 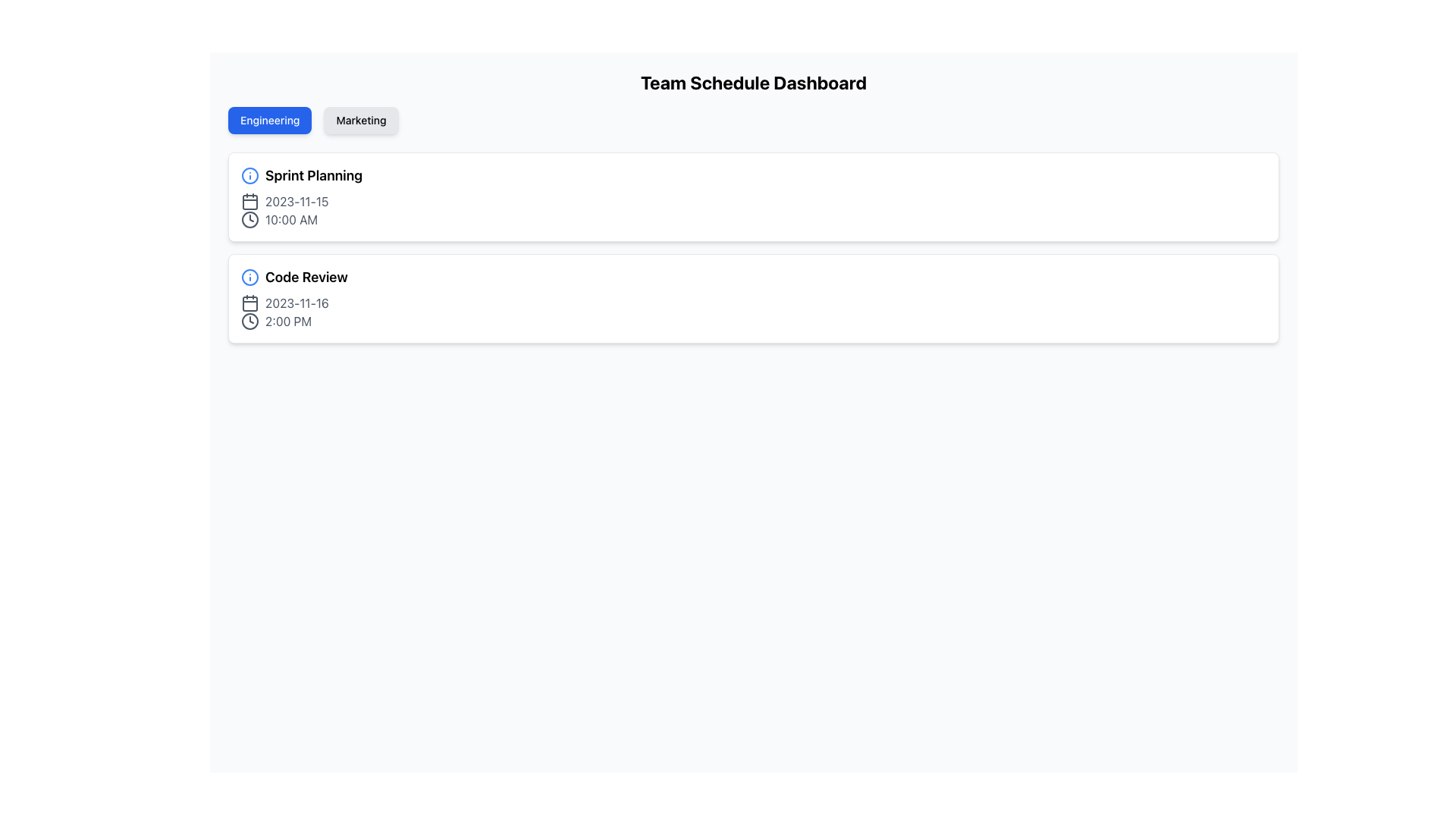 I want to click on the informational icon located to the left of the 'Sprint Planning' text in the first item of the vertically stacked list in the Engineering section of the main dashboard interface, so click(x=250, y=174).